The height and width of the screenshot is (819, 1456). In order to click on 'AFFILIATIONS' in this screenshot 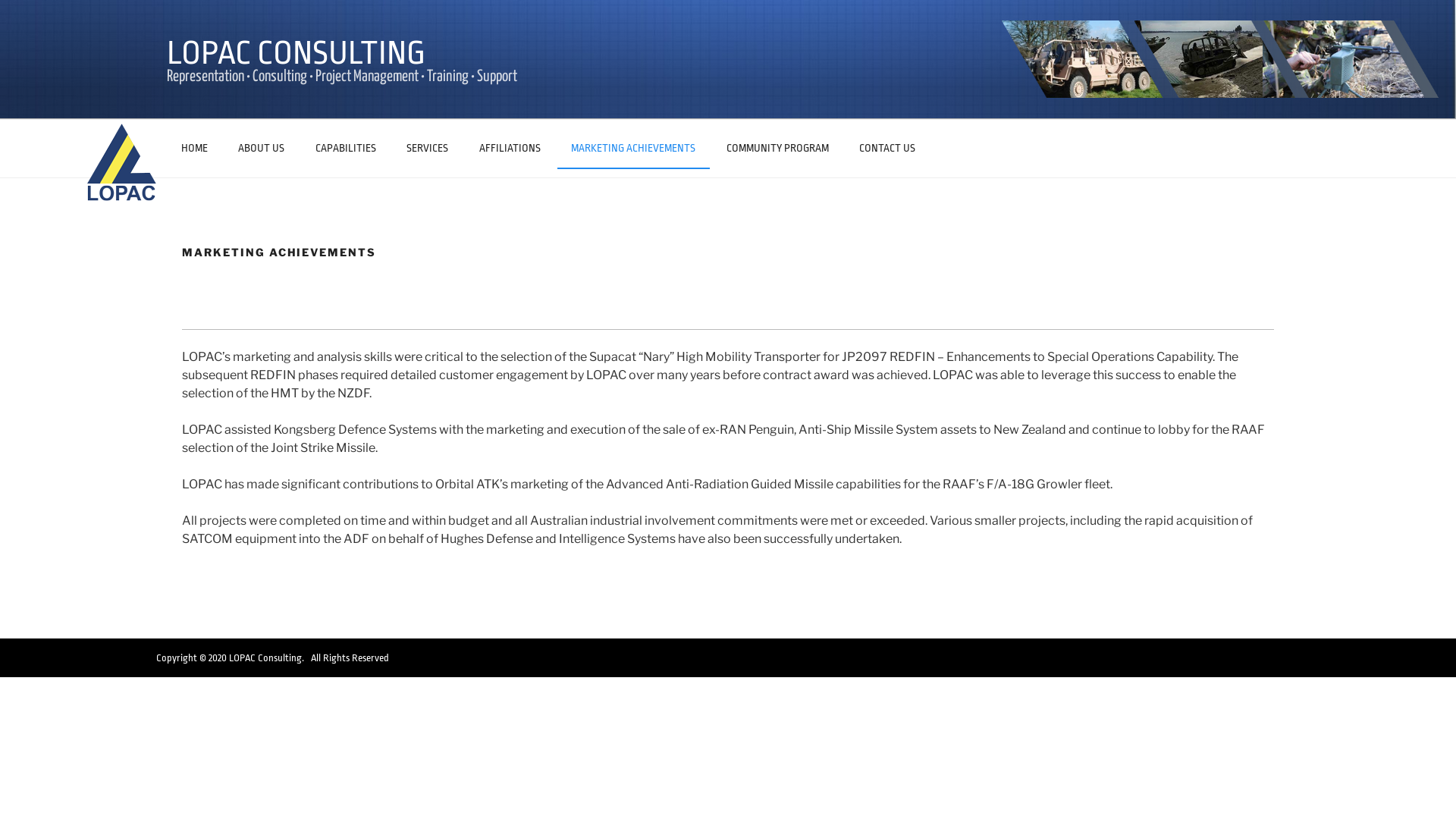, I will do `click(510, 147)`.